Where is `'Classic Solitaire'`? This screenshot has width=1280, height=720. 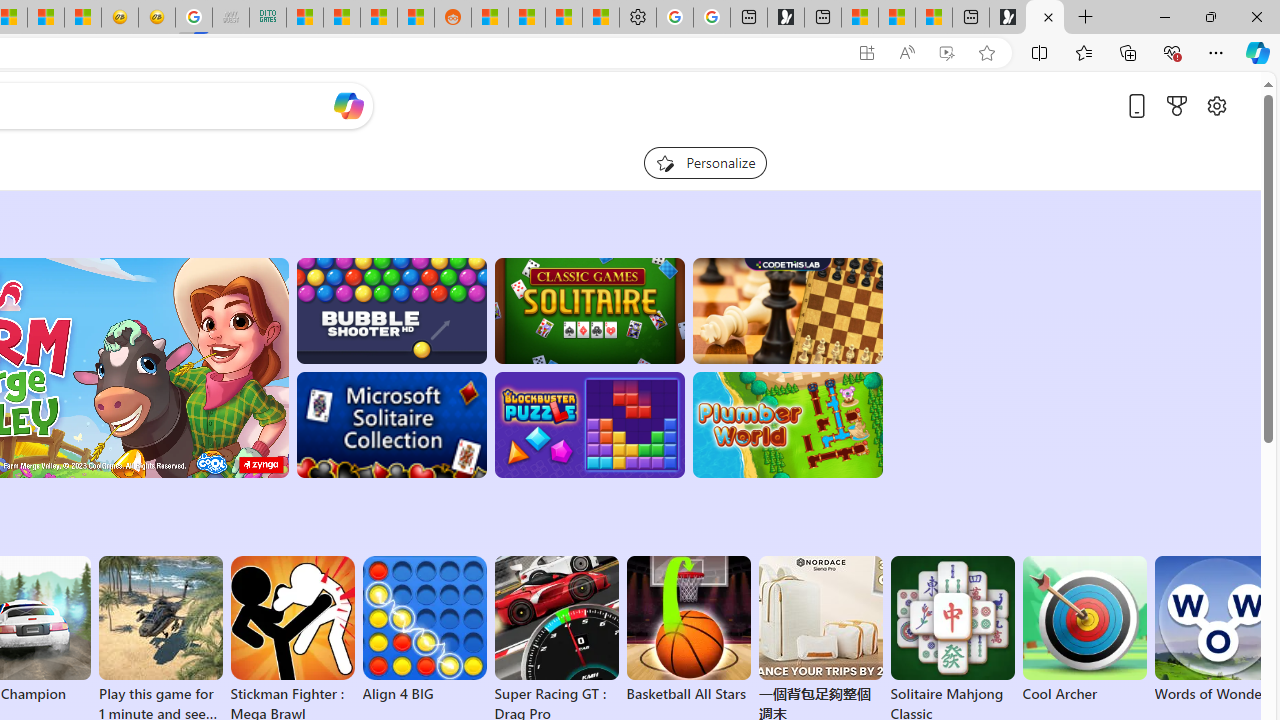
'Classic Solitaire' is located at coordinates (588, 311).